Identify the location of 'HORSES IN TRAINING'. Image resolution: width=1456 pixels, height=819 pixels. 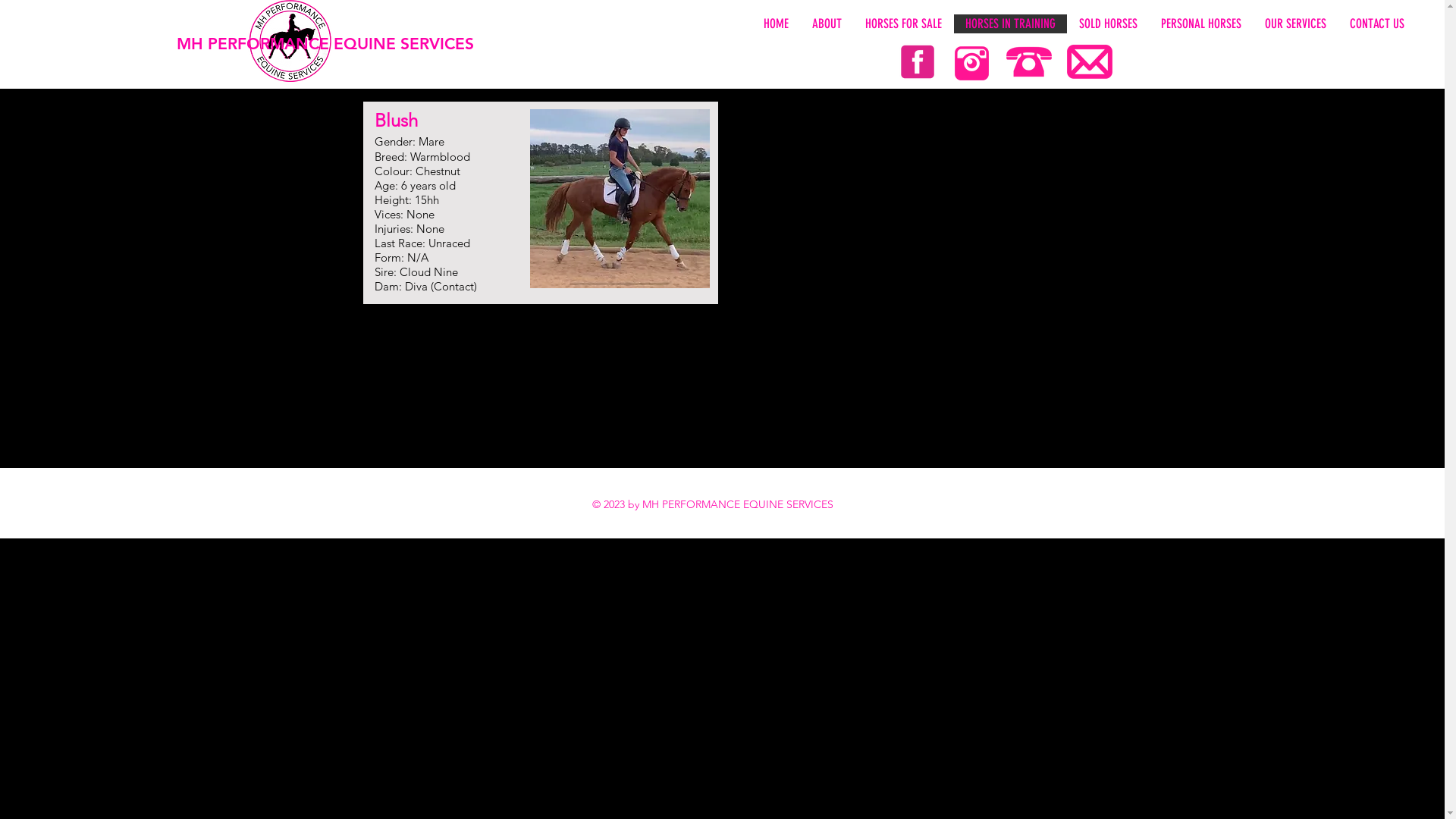
(1009, 24).